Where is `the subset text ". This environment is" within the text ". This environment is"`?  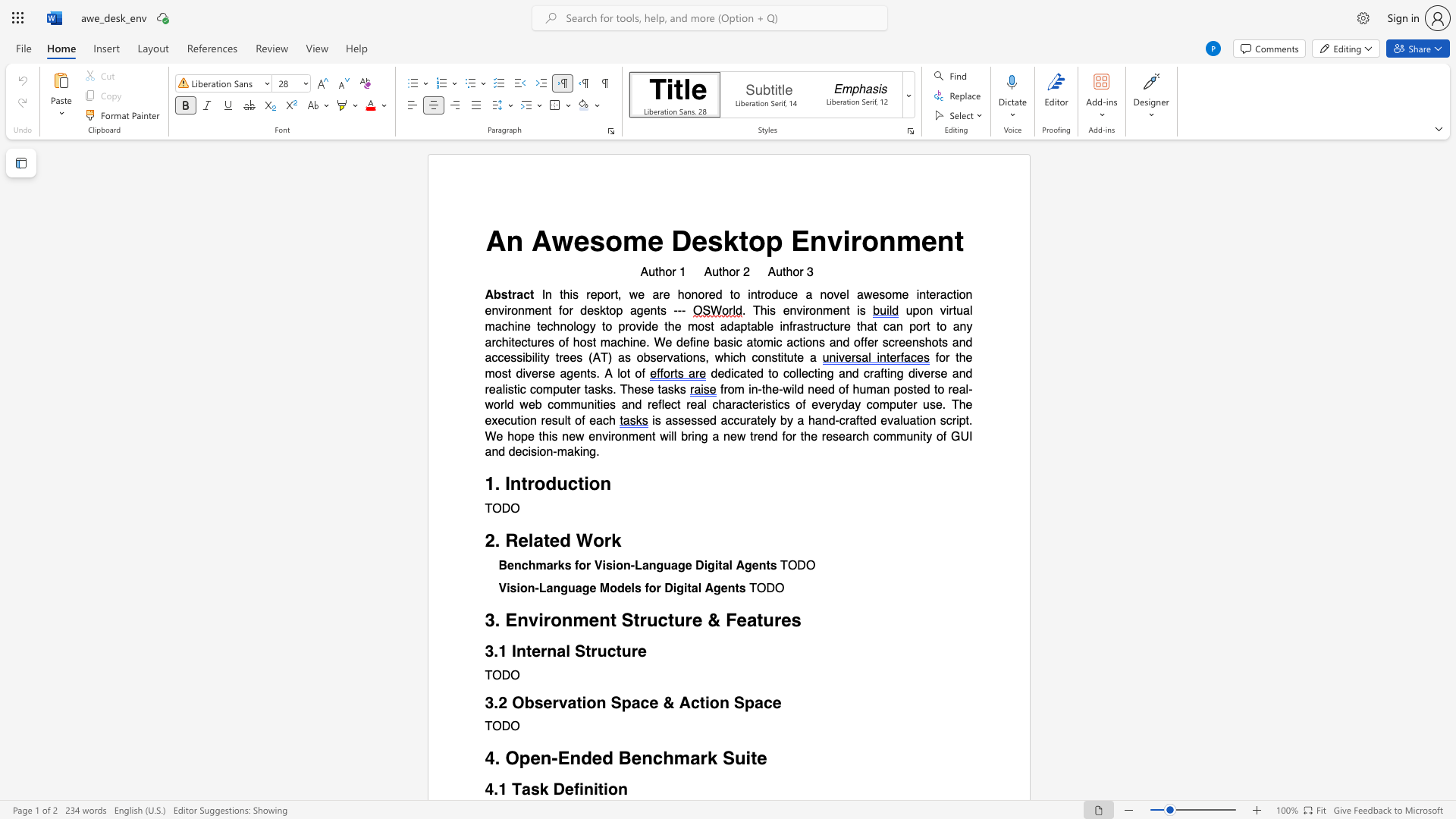
the subset text ". This environment is" within the text ". This environment is" is located at coordinates (742, 310).